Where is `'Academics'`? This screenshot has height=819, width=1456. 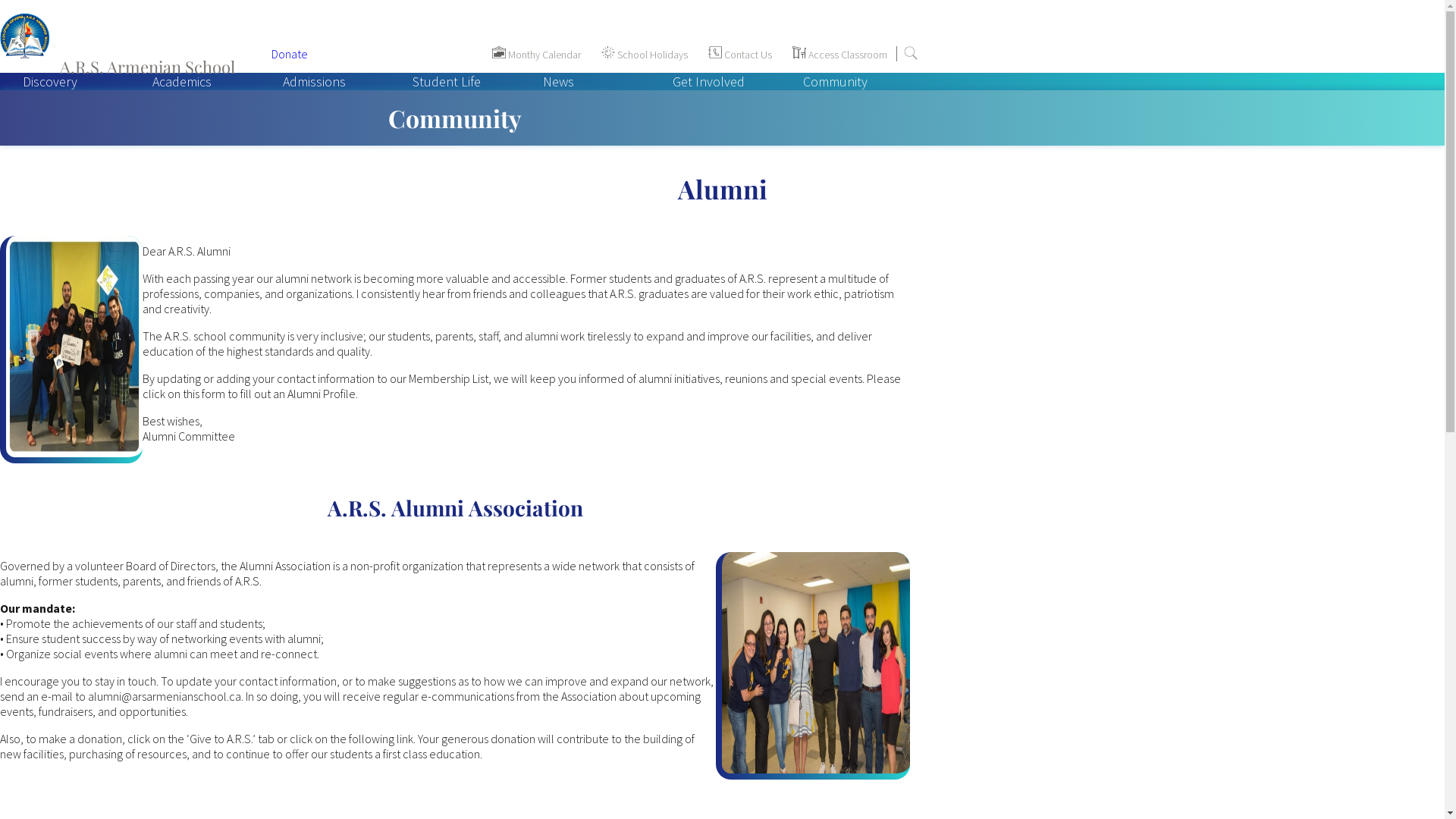 'Academics' is located at coordinates (182, 81).